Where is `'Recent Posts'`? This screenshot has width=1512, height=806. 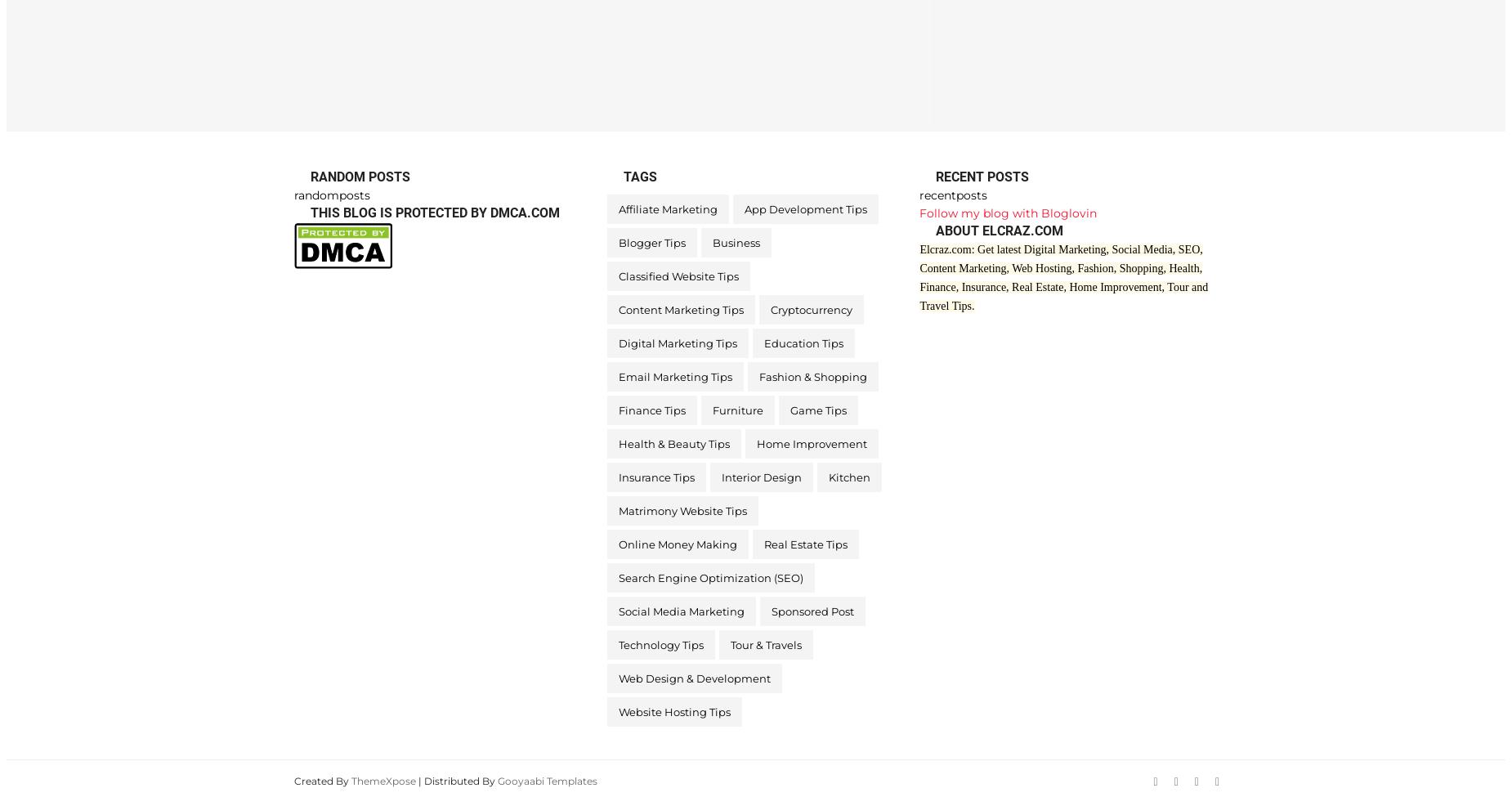 'Recent Posts' is located at coordinates (934, 176).